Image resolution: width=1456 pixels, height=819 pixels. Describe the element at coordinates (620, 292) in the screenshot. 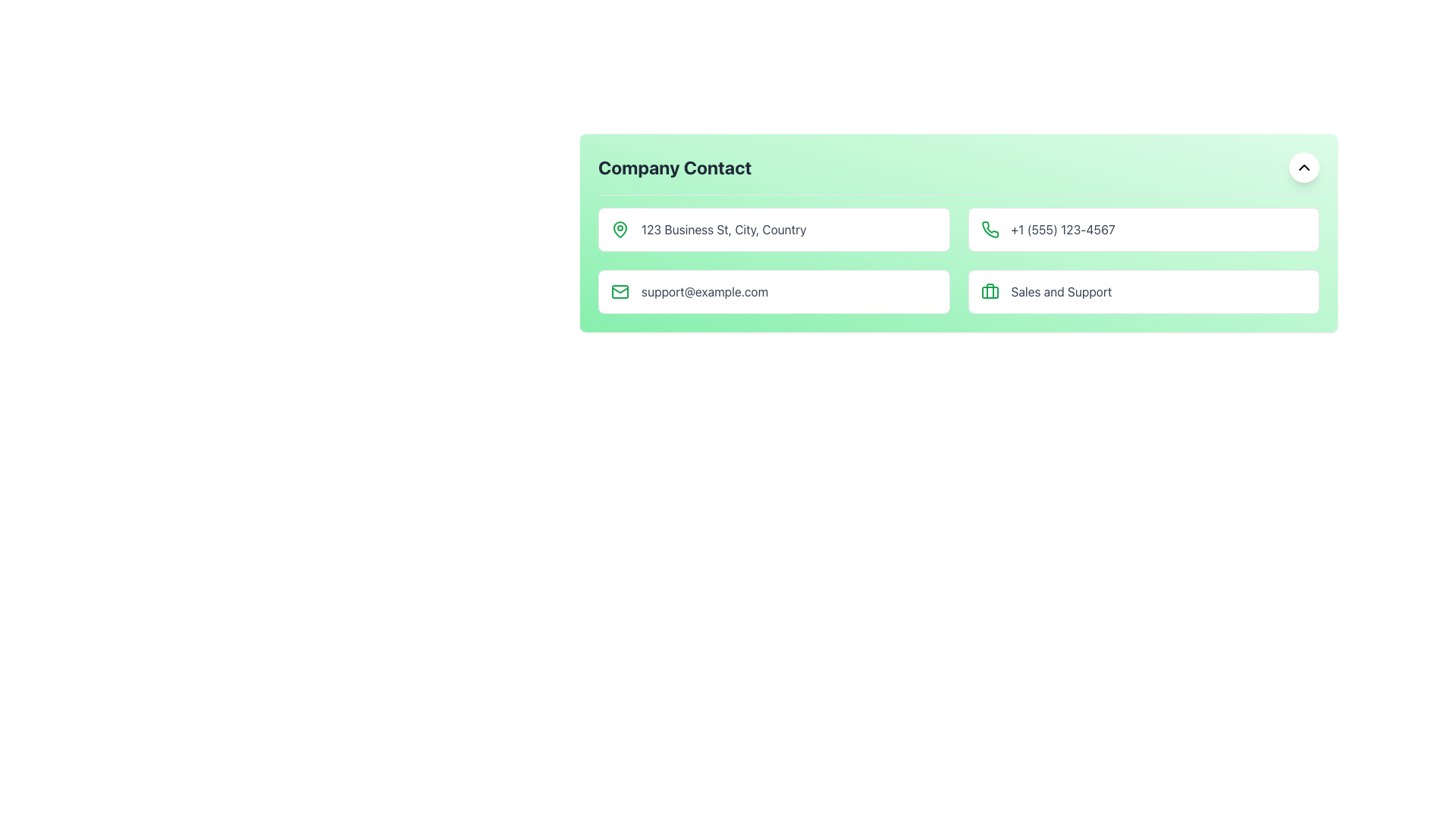

I see `the green rectangular icon within the envelope SVG graphic located near the email text 'support@example.com' in the contact information panel` at that location.